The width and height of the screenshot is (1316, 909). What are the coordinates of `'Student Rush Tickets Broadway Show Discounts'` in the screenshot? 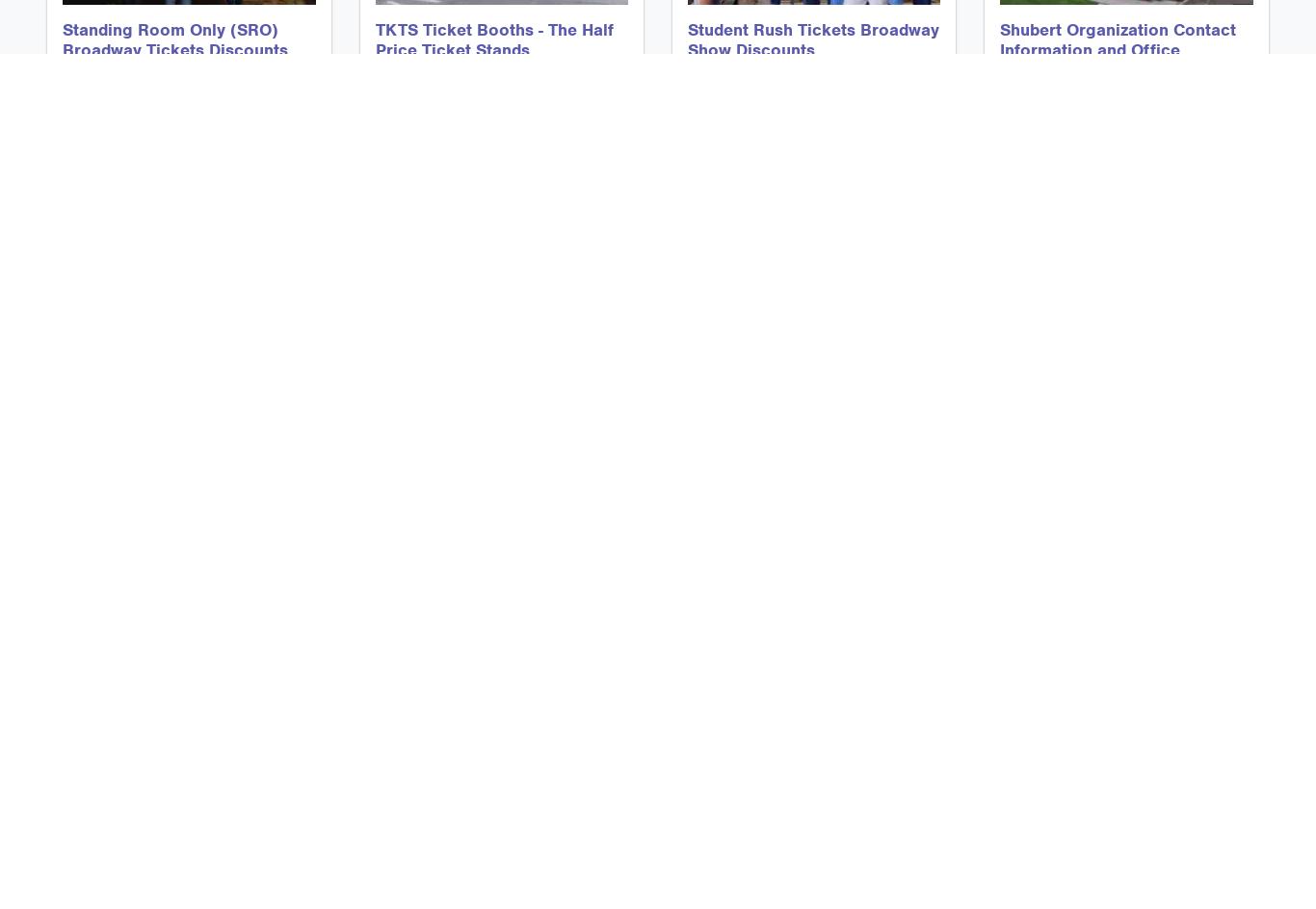 It's located at (812, 39).